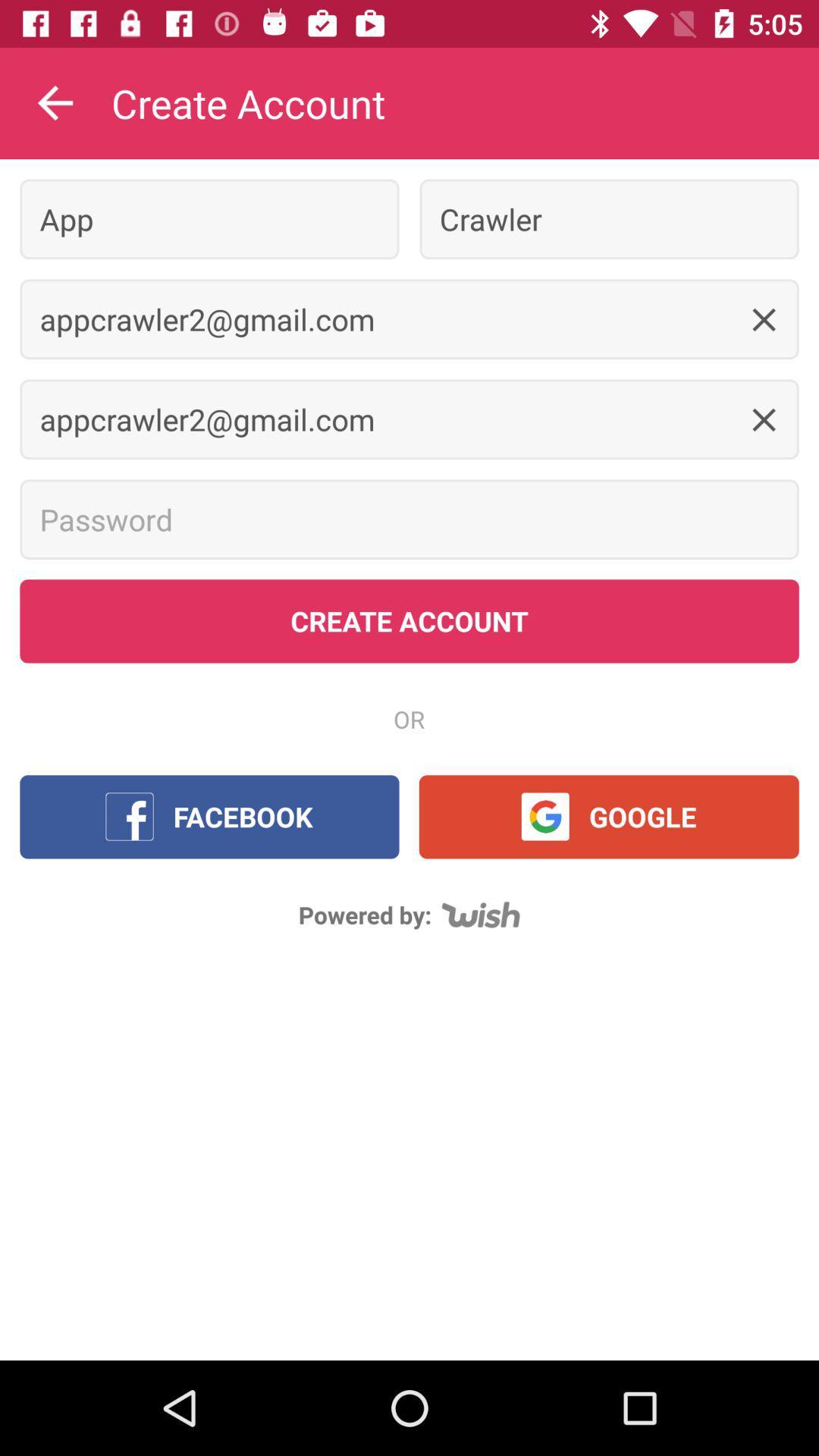 This screenshot has height=1456, width=819. I want to click on item next to app, so click(608, 218).